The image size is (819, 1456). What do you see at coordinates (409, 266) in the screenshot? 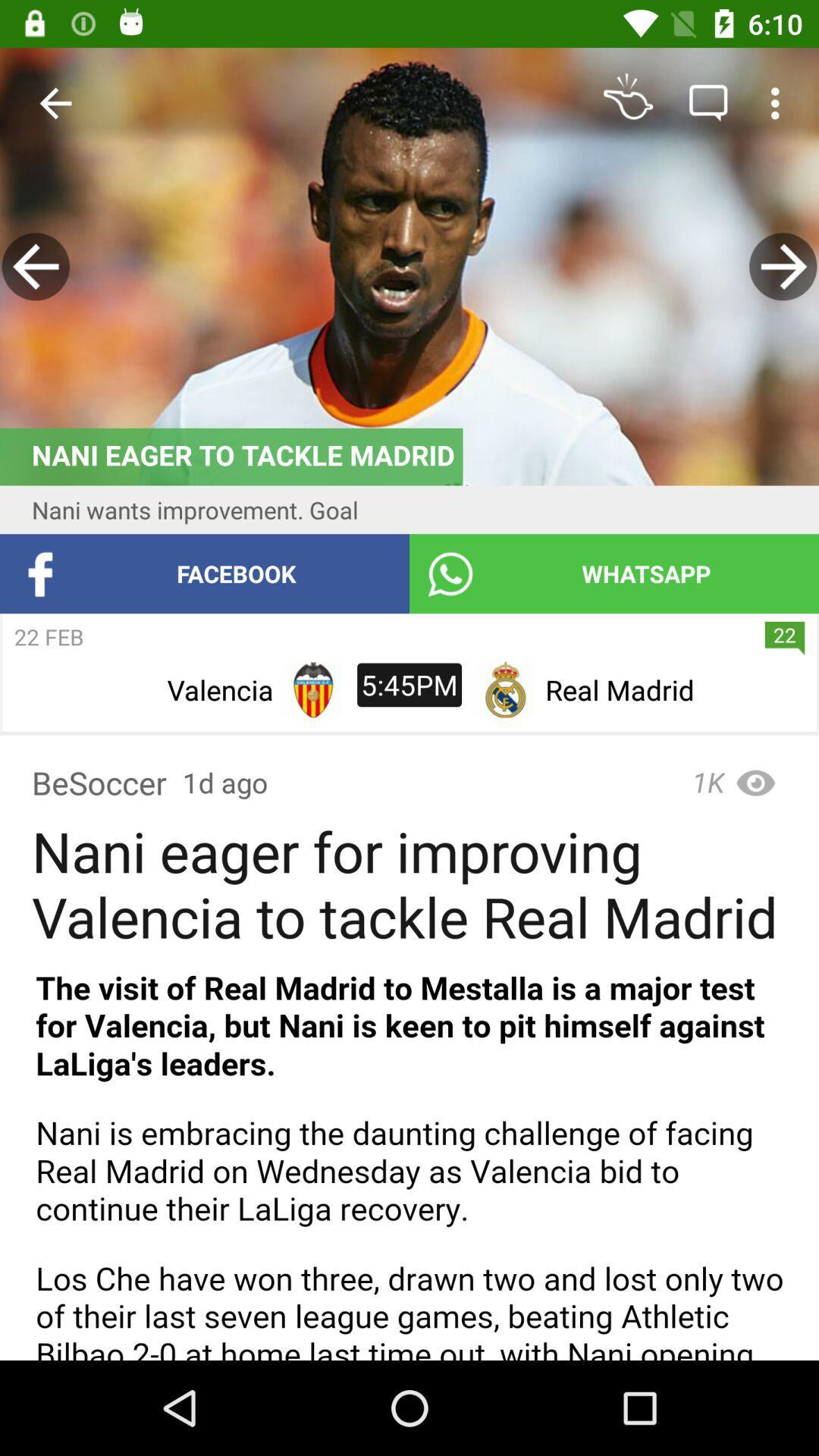
I see `advertisement` at bounding box center [409, 266].